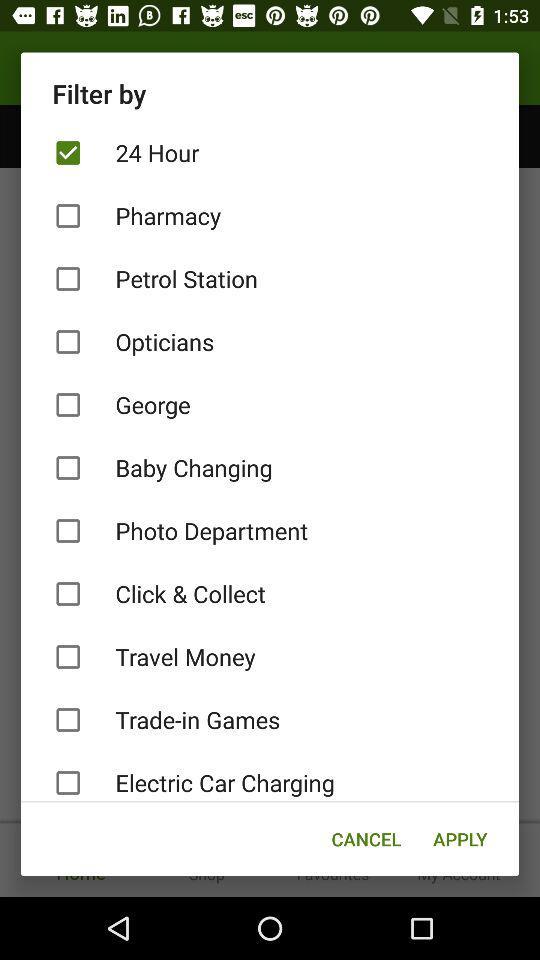 This screenshot has height=960, width=540. What do you see at coordinates (270, 468) in the screenshot?
I see `the item below the george item` at bounding box center [270, 468].